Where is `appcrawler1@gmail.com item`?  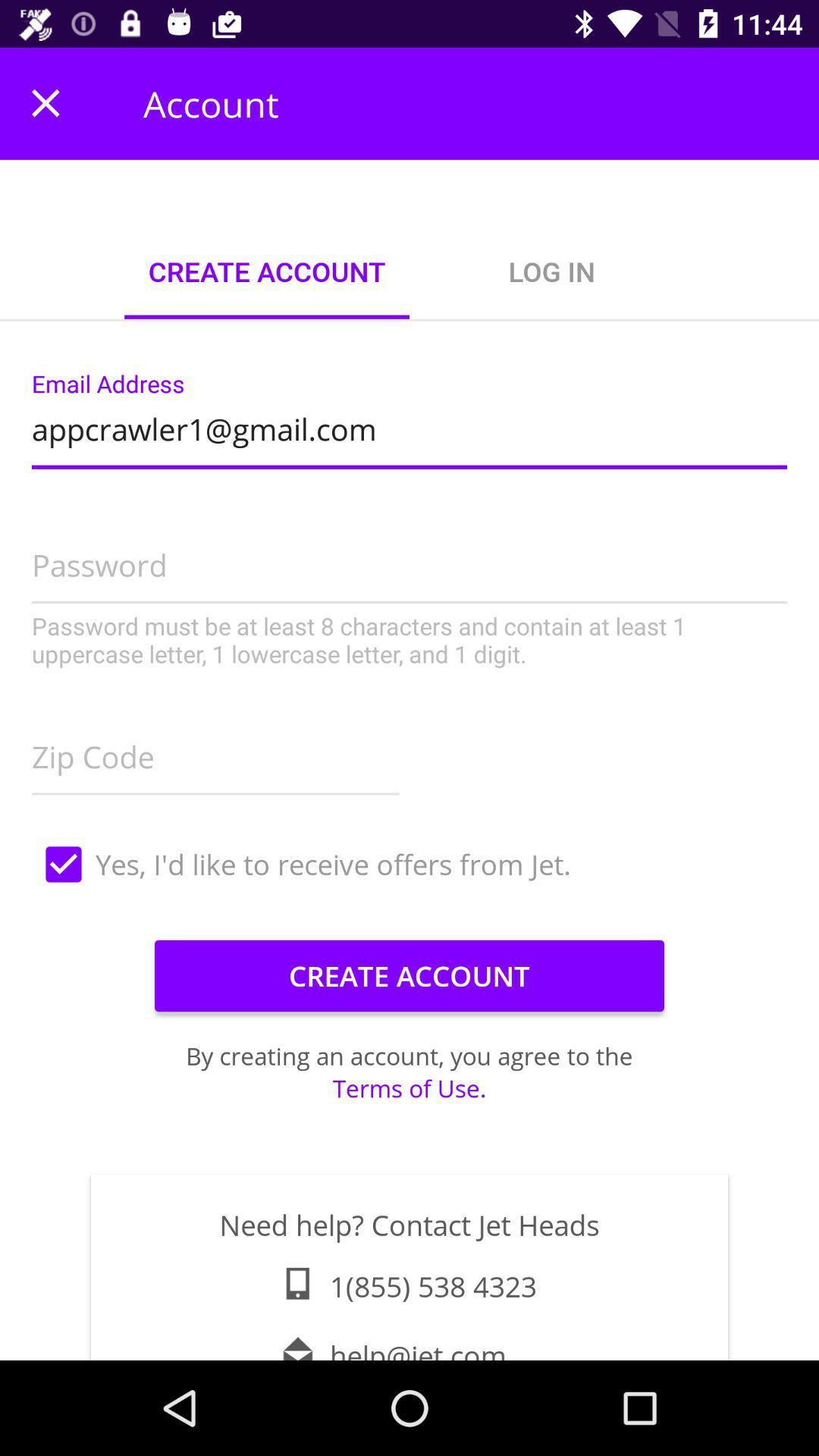 appcrawler1@gmail.com item is located at coordinates (409, 425).